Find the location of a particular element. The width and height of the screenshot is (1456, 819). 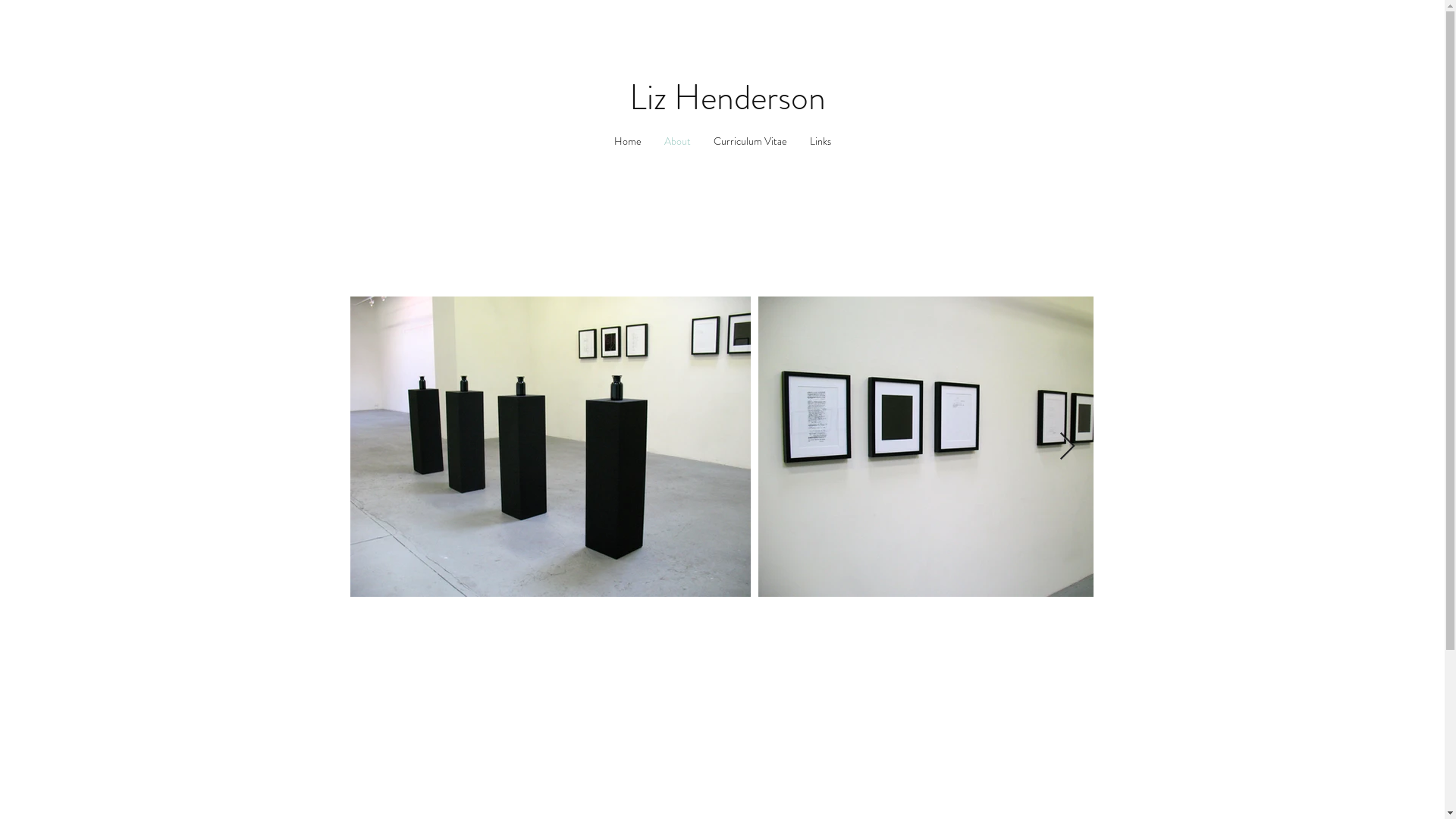

'About' is located at coordinates (676, 141).